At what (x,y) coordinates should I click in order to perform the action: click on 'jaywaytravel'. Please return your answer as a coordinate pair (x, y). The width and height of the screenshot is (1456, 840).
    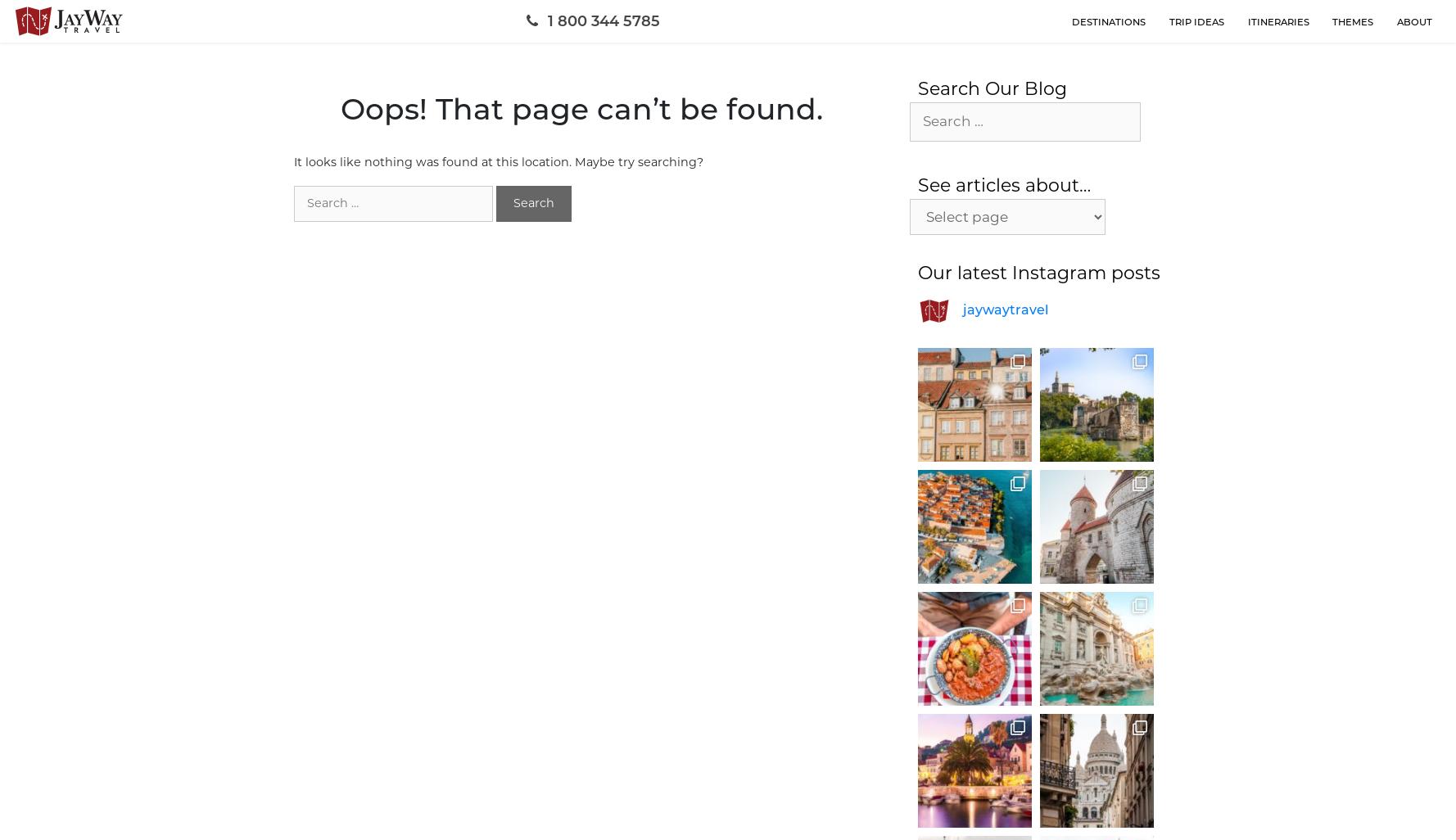
    Looking at the image, I should click on (1005, 308).